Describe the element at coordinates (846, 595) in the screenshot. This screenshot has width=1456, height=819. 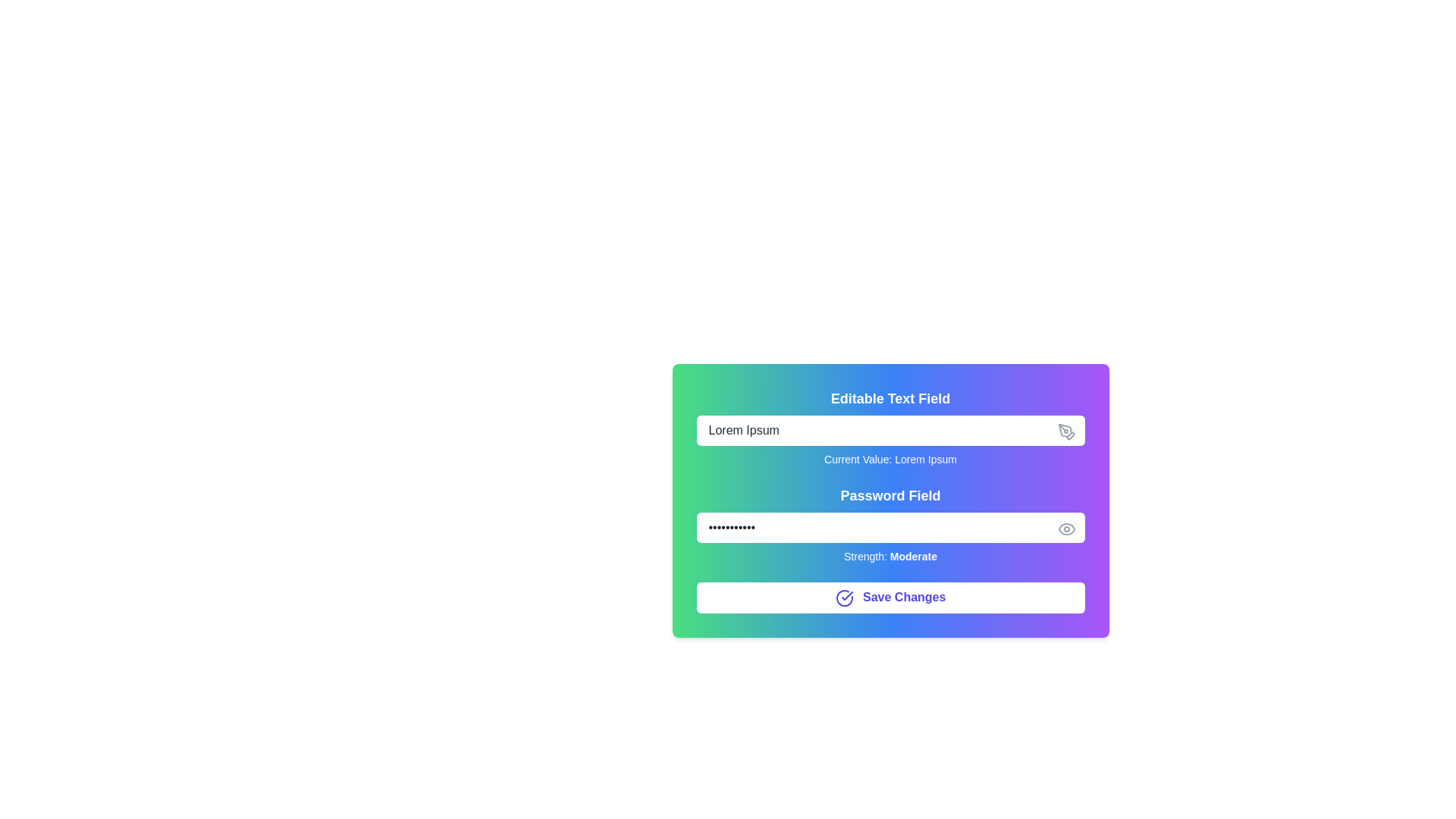
I see `the stylized checkmark icon located within the blue-purple gradient area above the 'Save Changes' text to interact with it` at that location.